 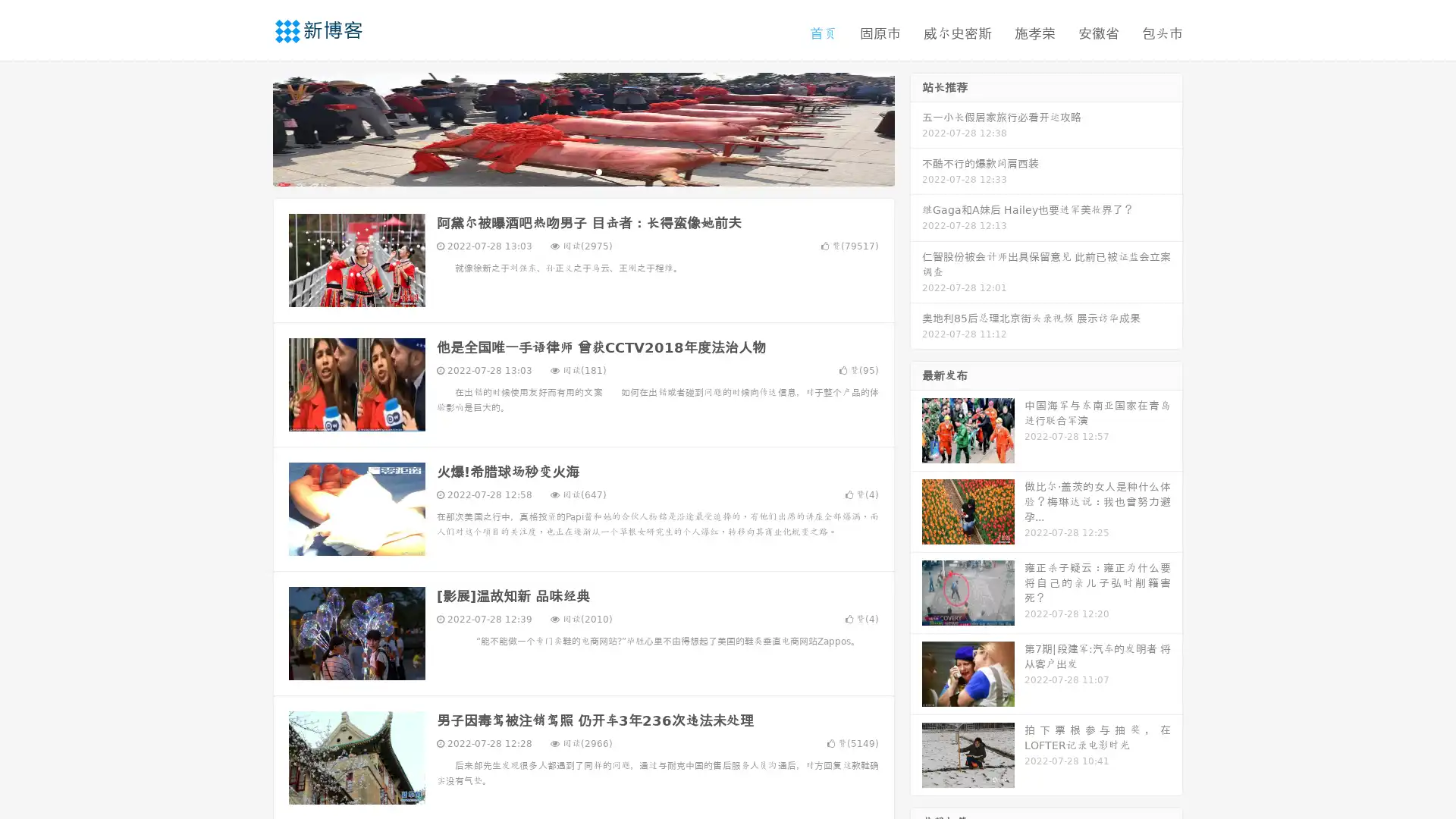 What do you see at coordinates (582, 171) in the screenshot?
I see `Go to slide 2` at bounding box center [582, 171].